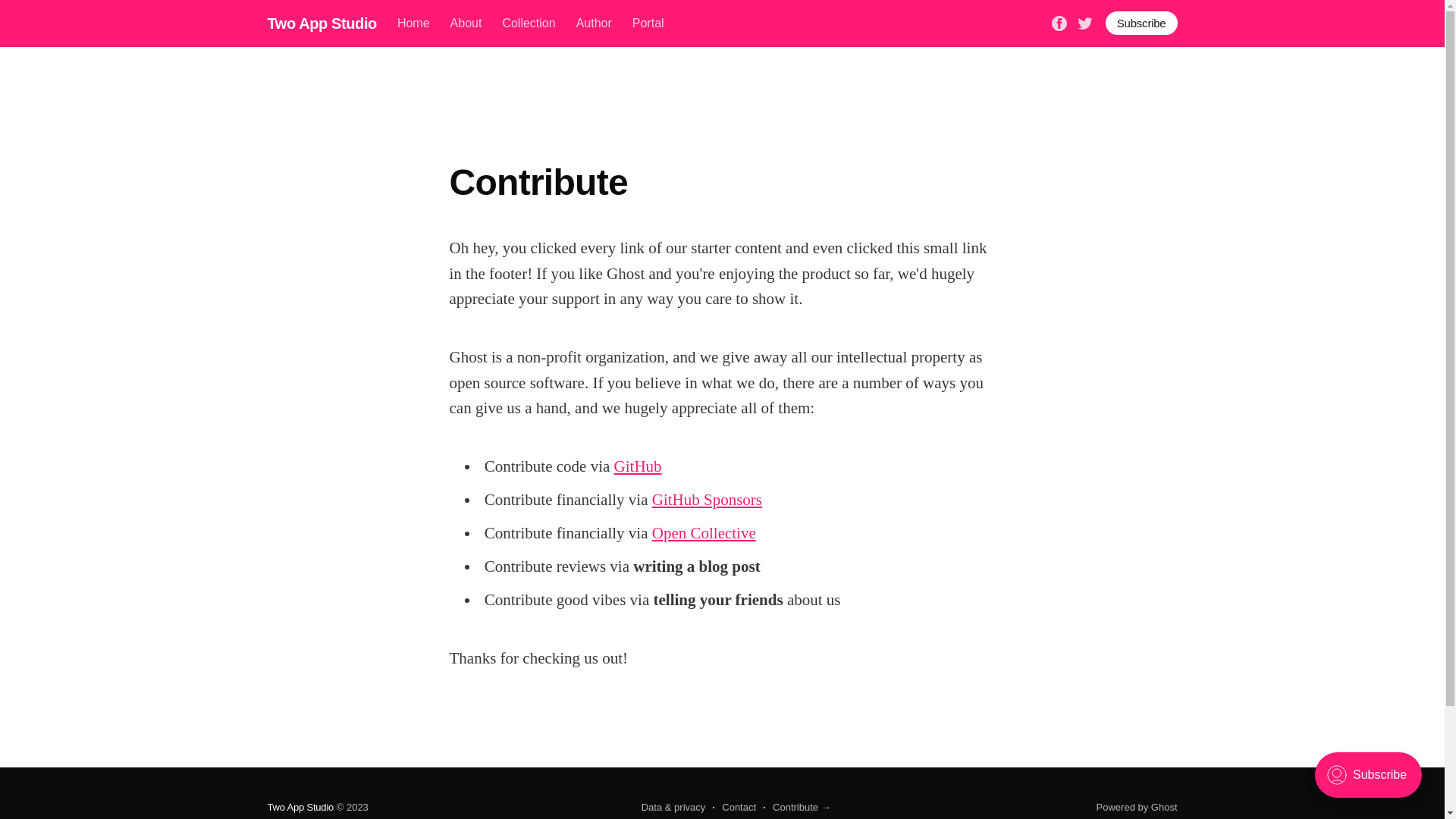  What do you see at coordinates (651, 500) in the screenshot?
I see `'GitHub Sponsors'` at bounding box center [651, 500].